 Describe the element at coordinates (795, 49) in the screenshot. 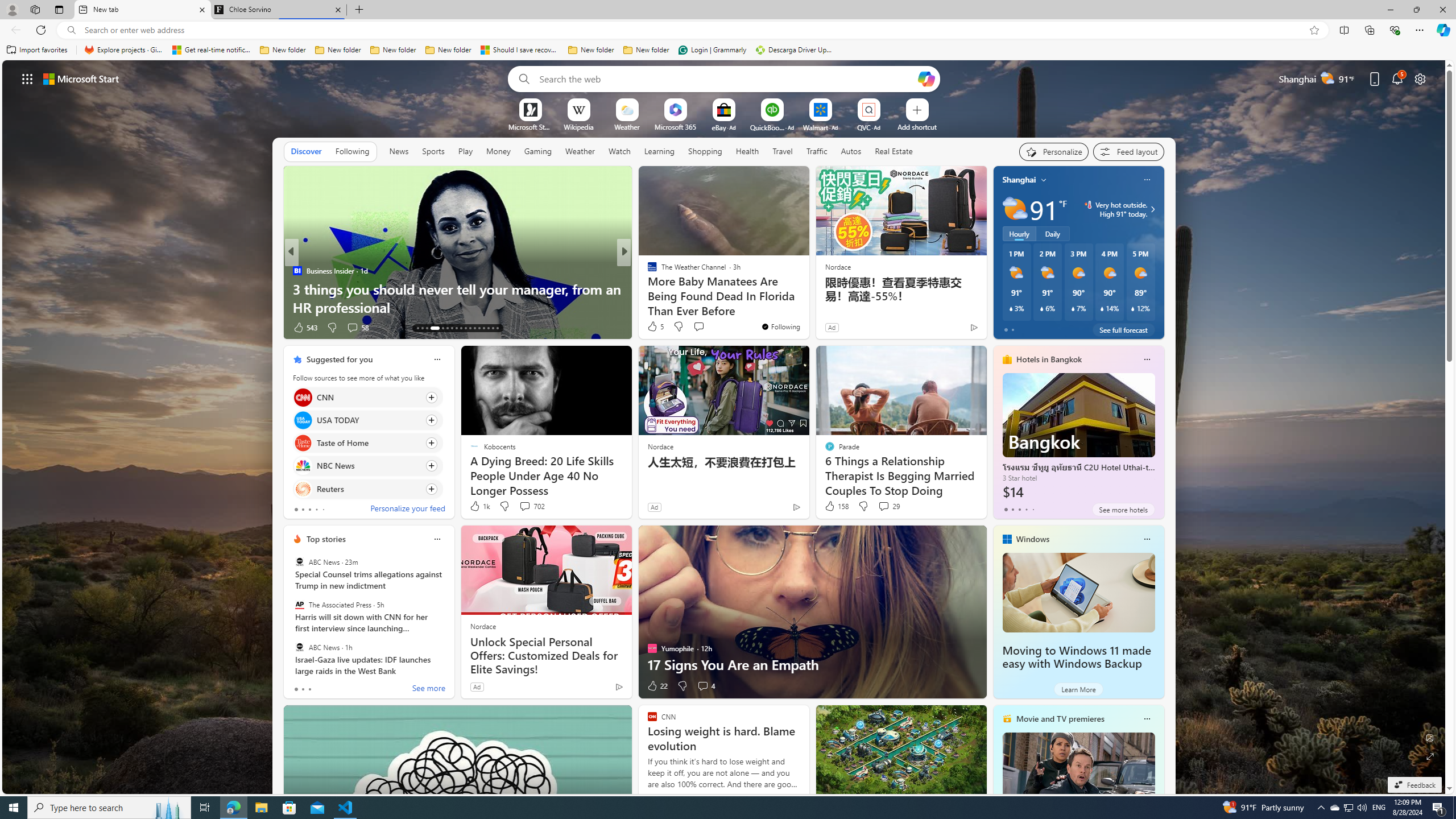

I see `'Descarga Driver Updater'` at that location.